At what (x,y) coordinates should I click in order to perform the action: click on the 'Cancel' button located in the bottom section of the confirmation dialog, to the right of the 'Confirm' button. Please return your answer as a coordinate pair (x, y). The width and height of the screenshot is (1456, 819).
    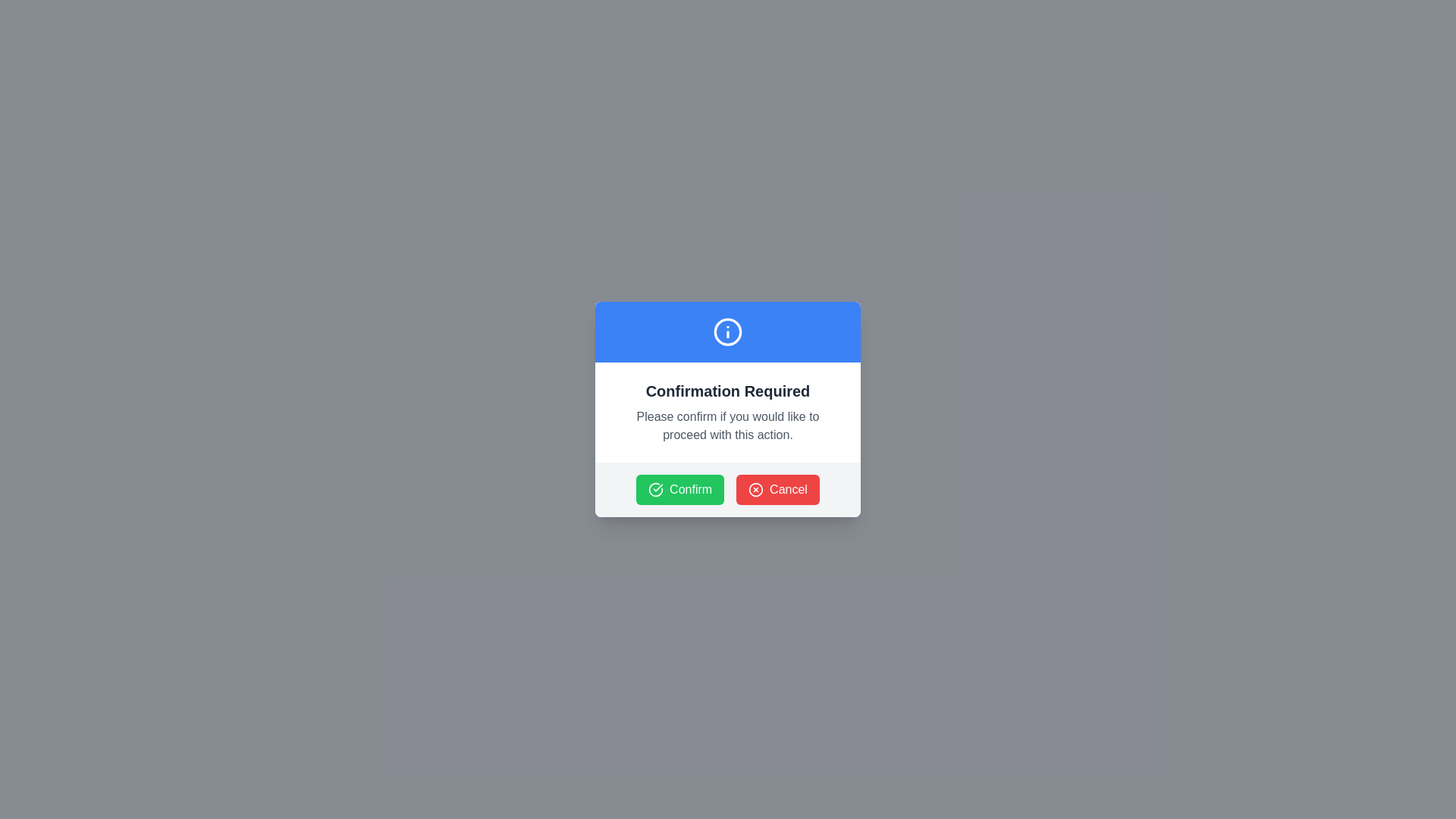
    Looking at the image, I should click on (778, 489).